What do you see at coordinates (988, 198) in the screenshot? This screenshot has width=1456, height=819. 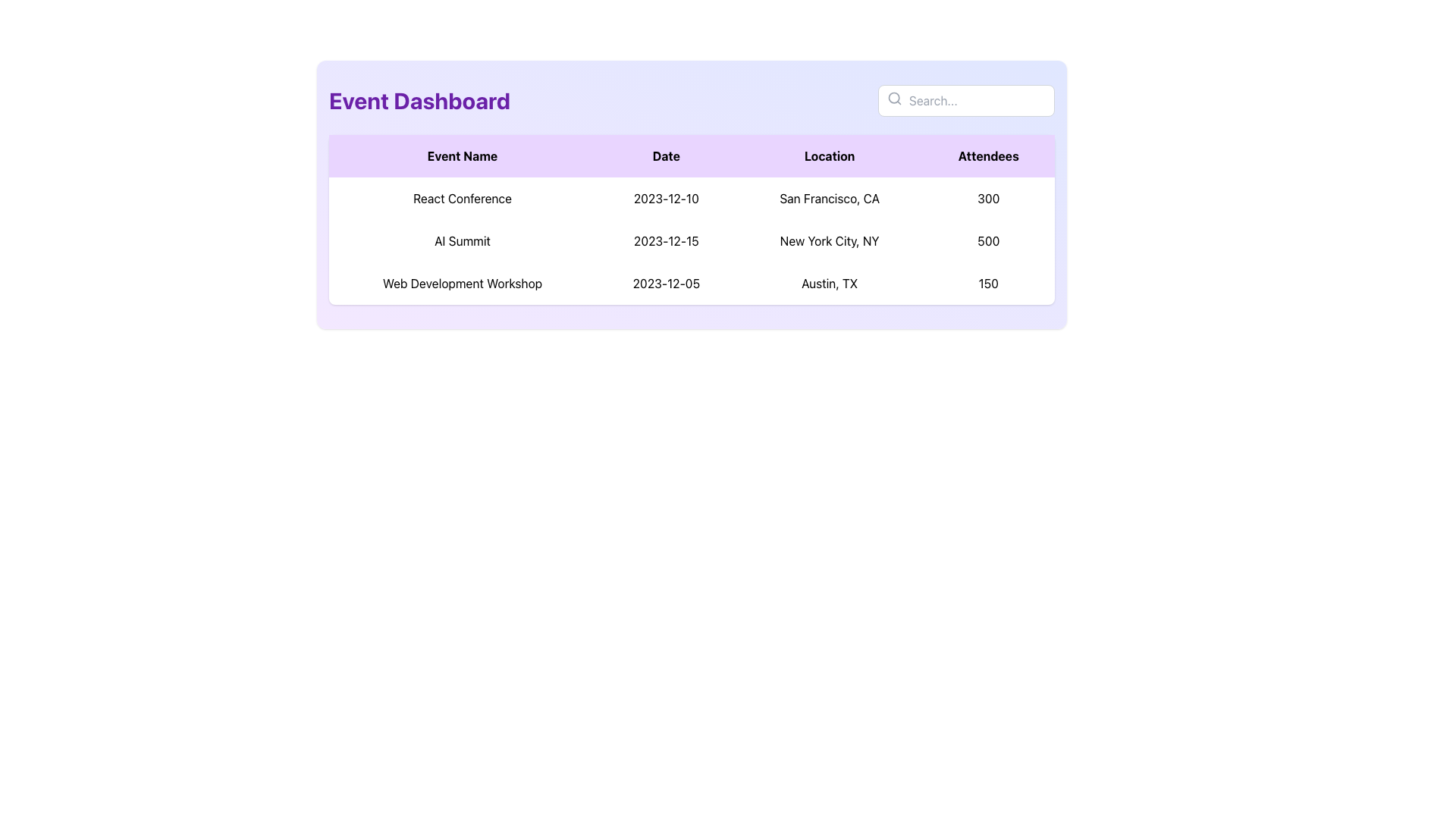 I see `the Text label displaying '300' under the 'Attendees' column for the 'React Conference' row` at bounding box center [988, 198].